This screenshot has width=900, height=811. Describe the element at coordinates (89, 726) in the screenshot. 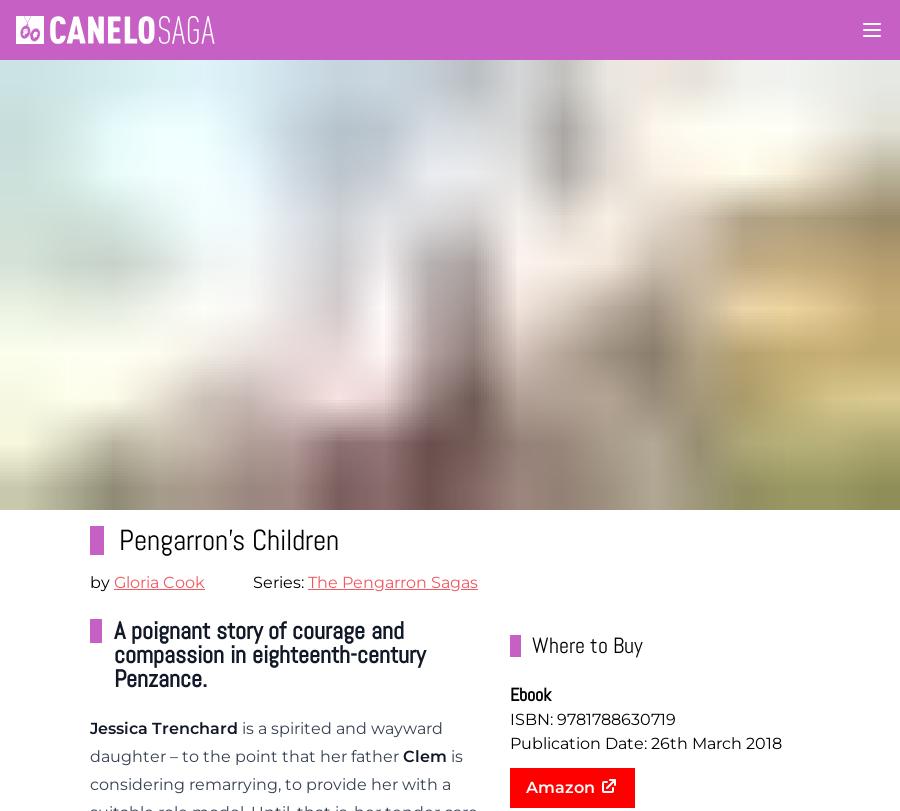

I see `'Jessica Trenchard'` at that location.